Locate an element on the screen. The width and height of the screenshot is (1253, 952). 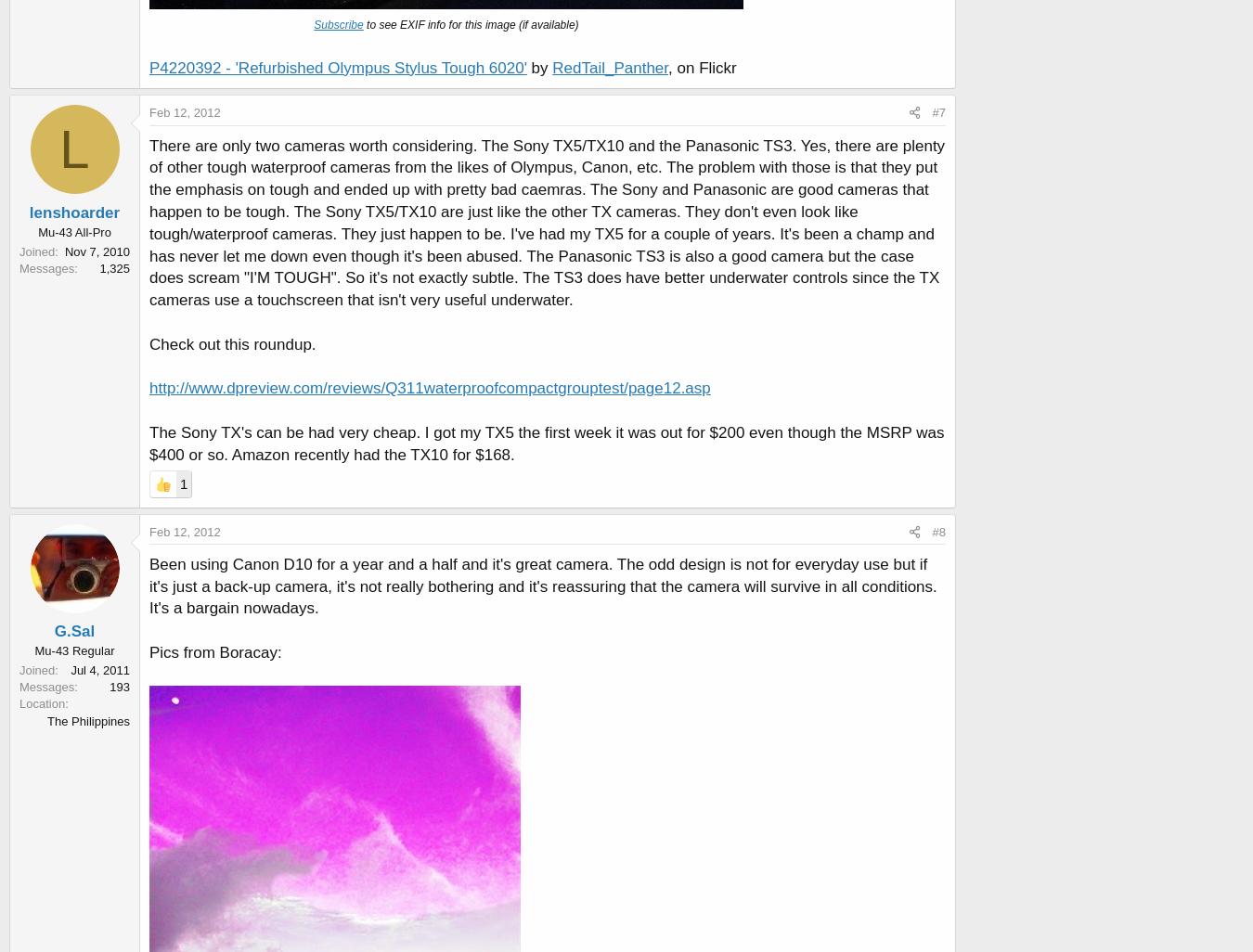
'193' is located at coordinates (120, 687).